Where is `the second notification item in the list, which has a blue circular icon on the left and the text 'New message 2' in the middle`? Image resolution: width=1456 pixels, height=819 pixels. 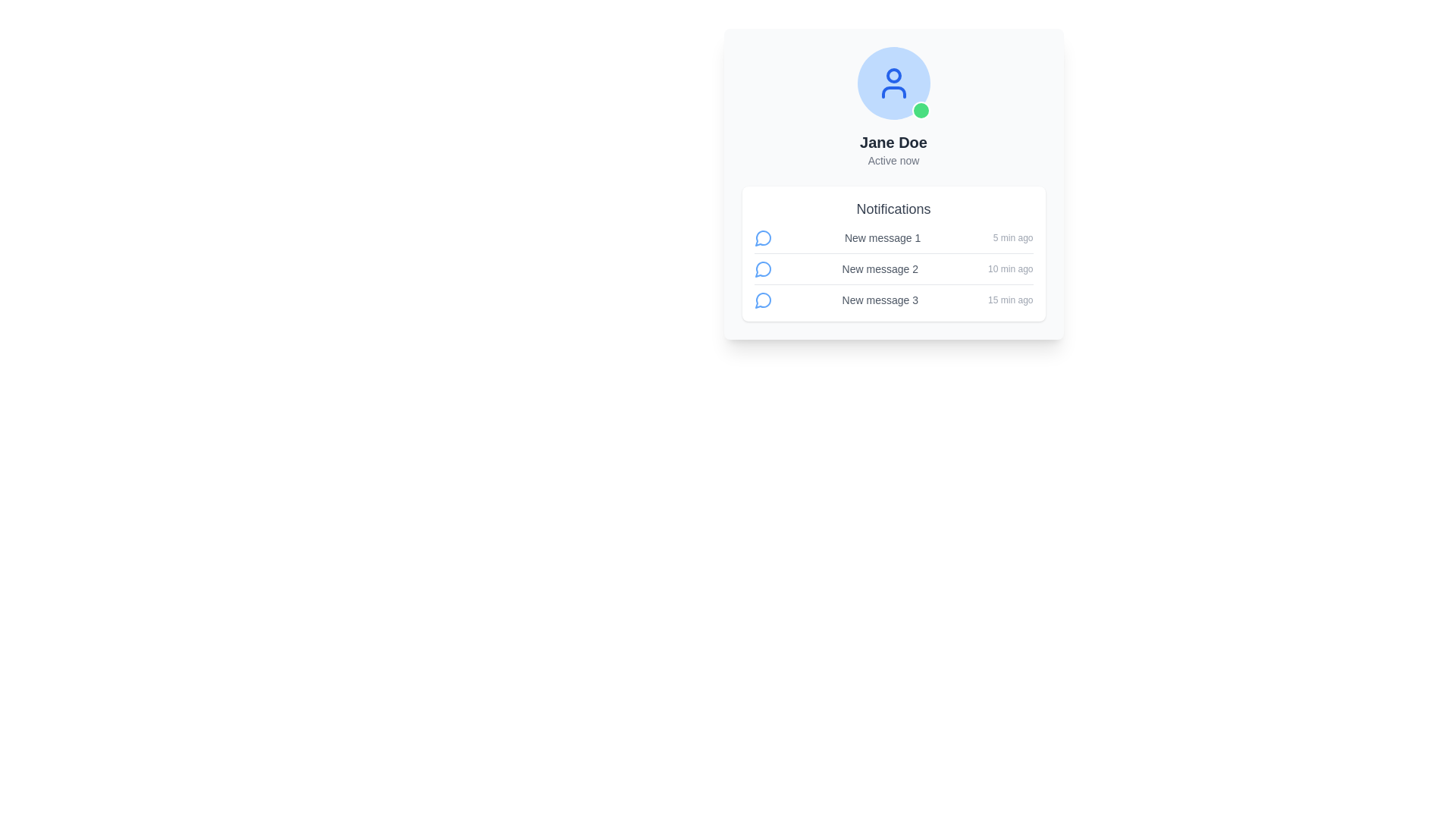 the second notification item in the list, which has a blue circular icon on the left and the text 'New message 2' in the middle is located at coordinates (893, 271).